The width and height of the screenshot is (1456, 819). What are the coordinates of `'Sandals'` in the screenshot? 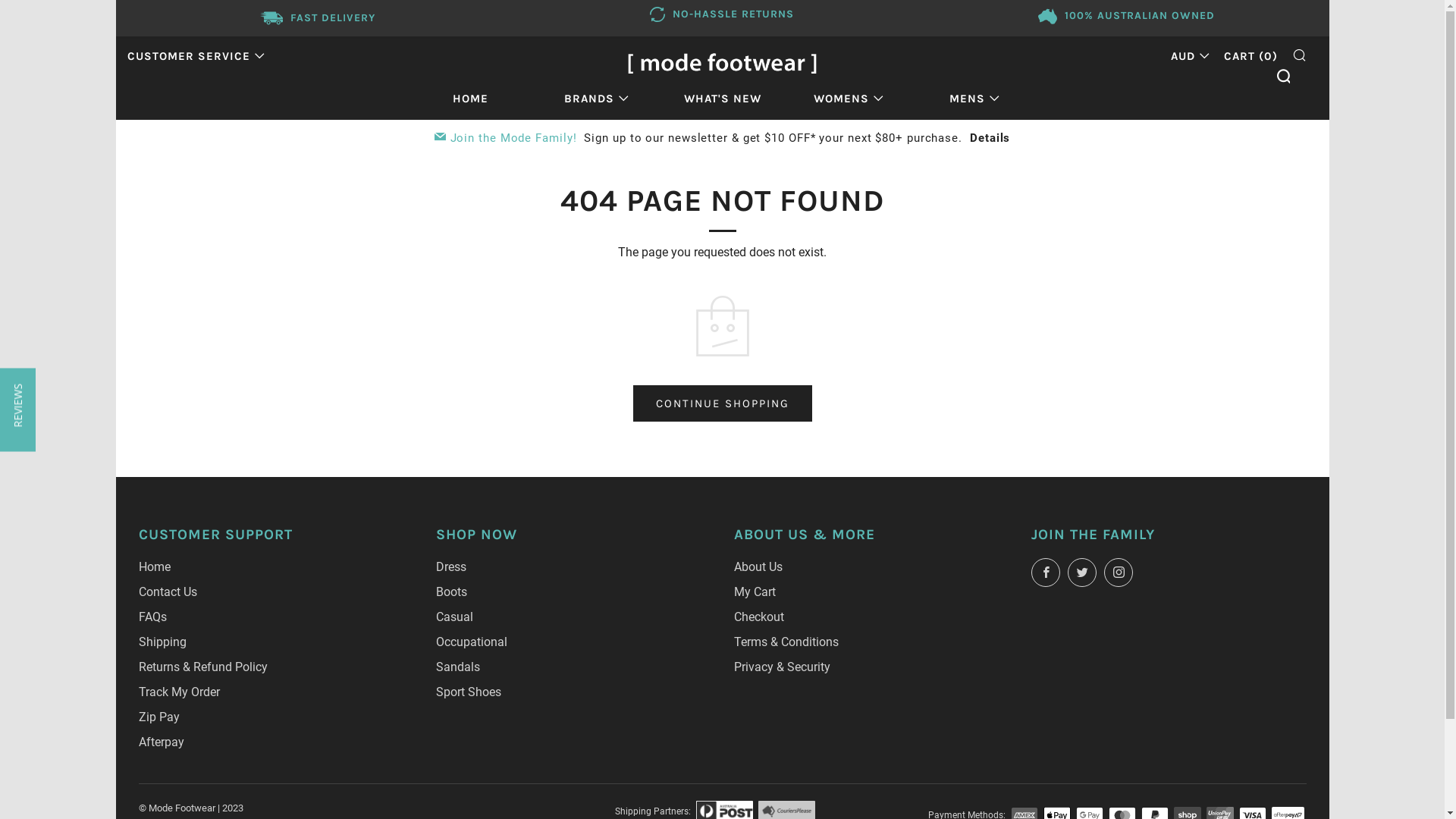 It's located at (457, 666).